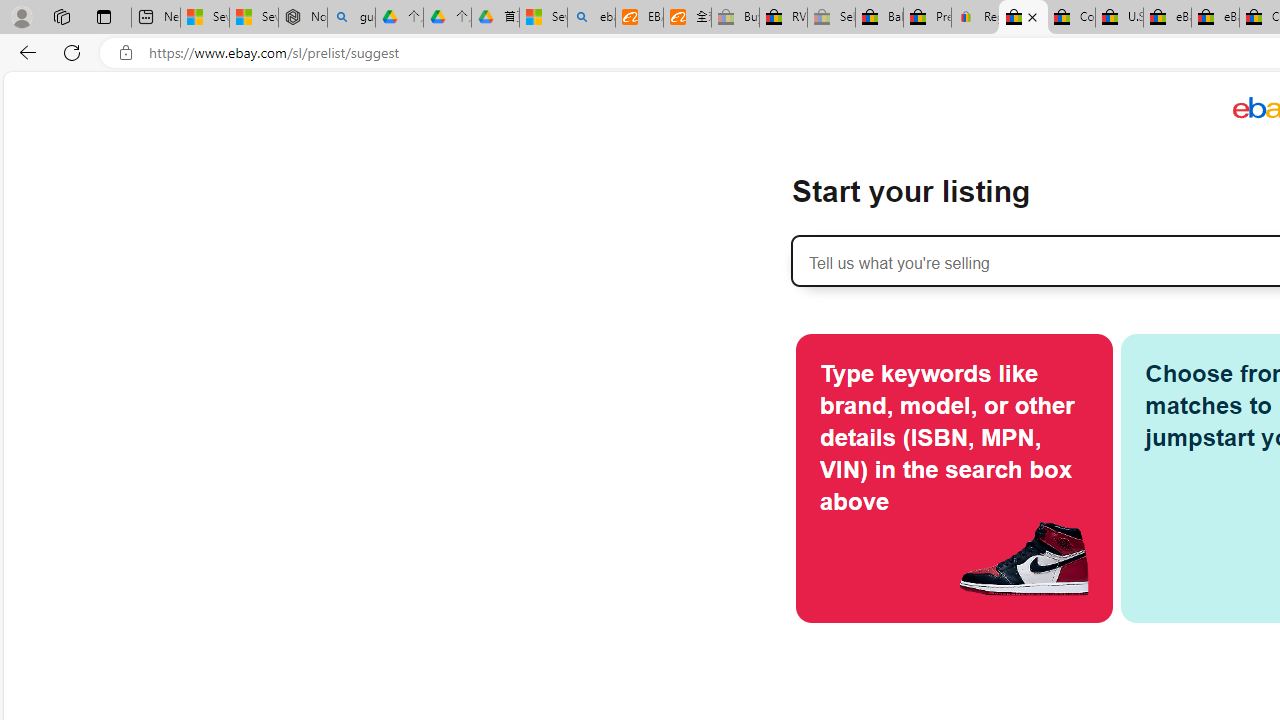  I want to click on 'Consumer Health Data Privacy Policy - eBay Inc.', so click(1070, 17).